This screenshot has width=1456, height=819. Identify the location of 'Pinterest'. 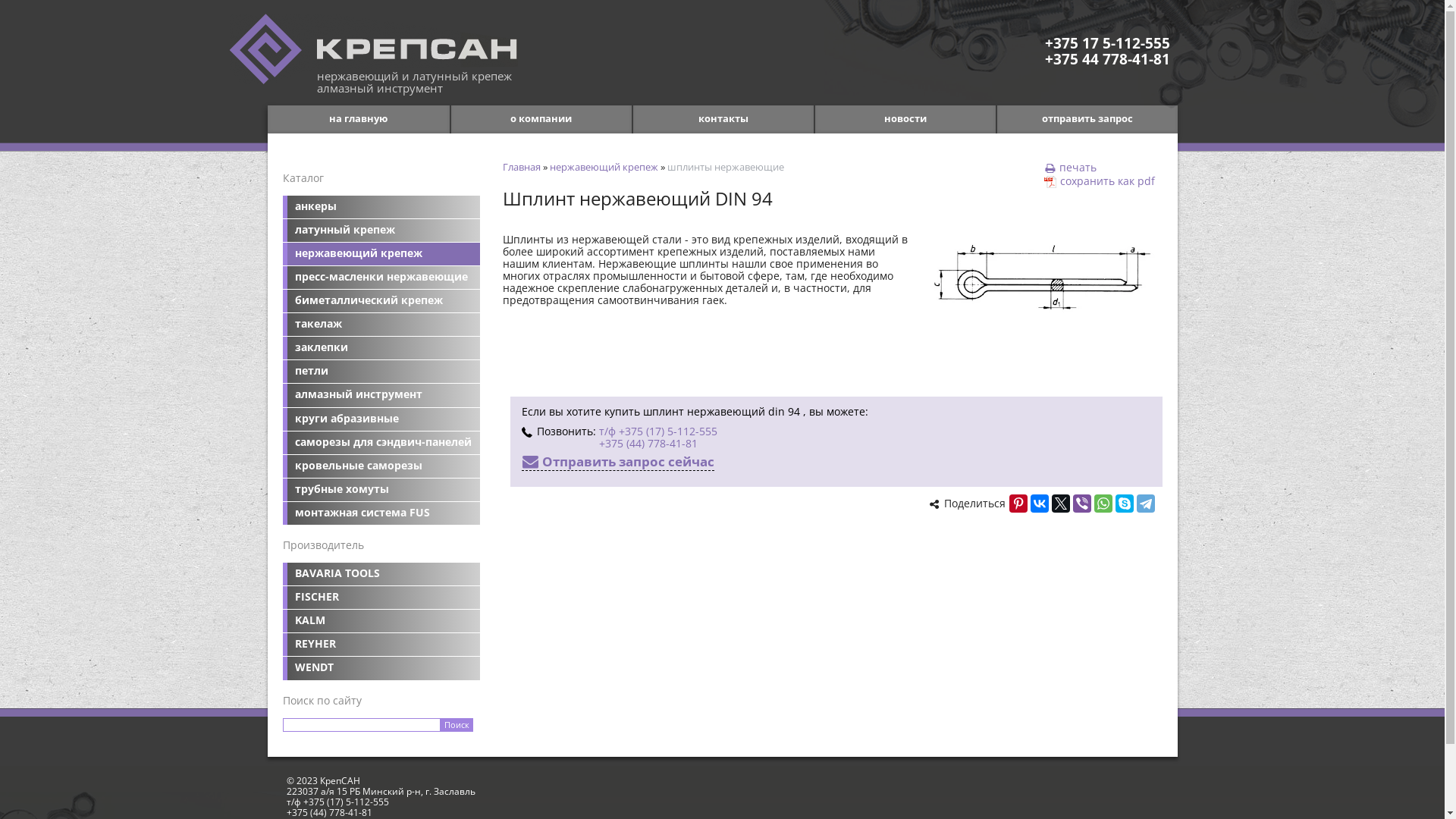
(1018, 503).